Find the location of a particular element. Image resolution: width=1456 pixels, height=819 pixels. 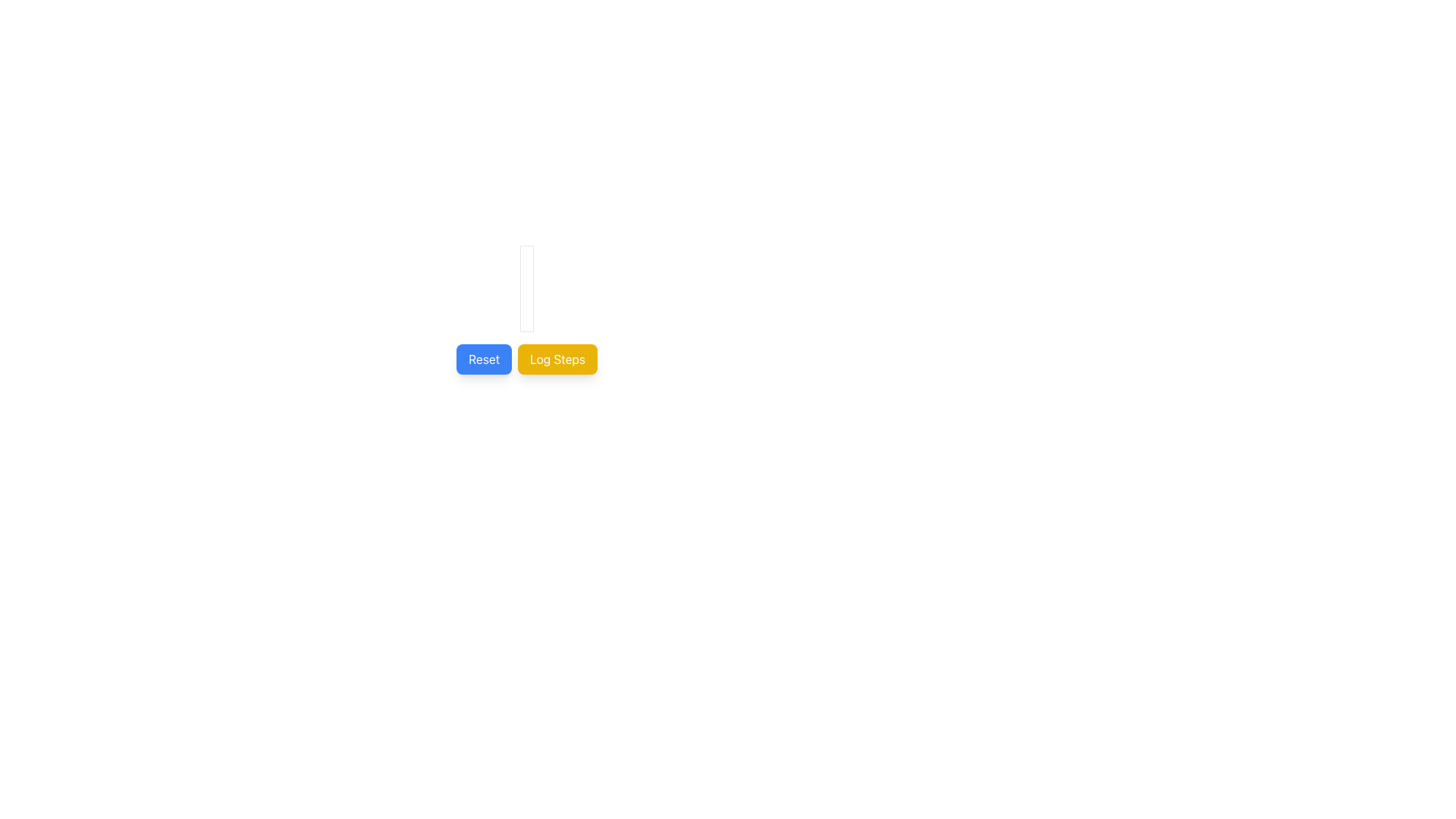

the rectangular button with rounded corners that has a yellow background and white text reading 'Log Steps' to change its color is located at coordinates (557, 359).